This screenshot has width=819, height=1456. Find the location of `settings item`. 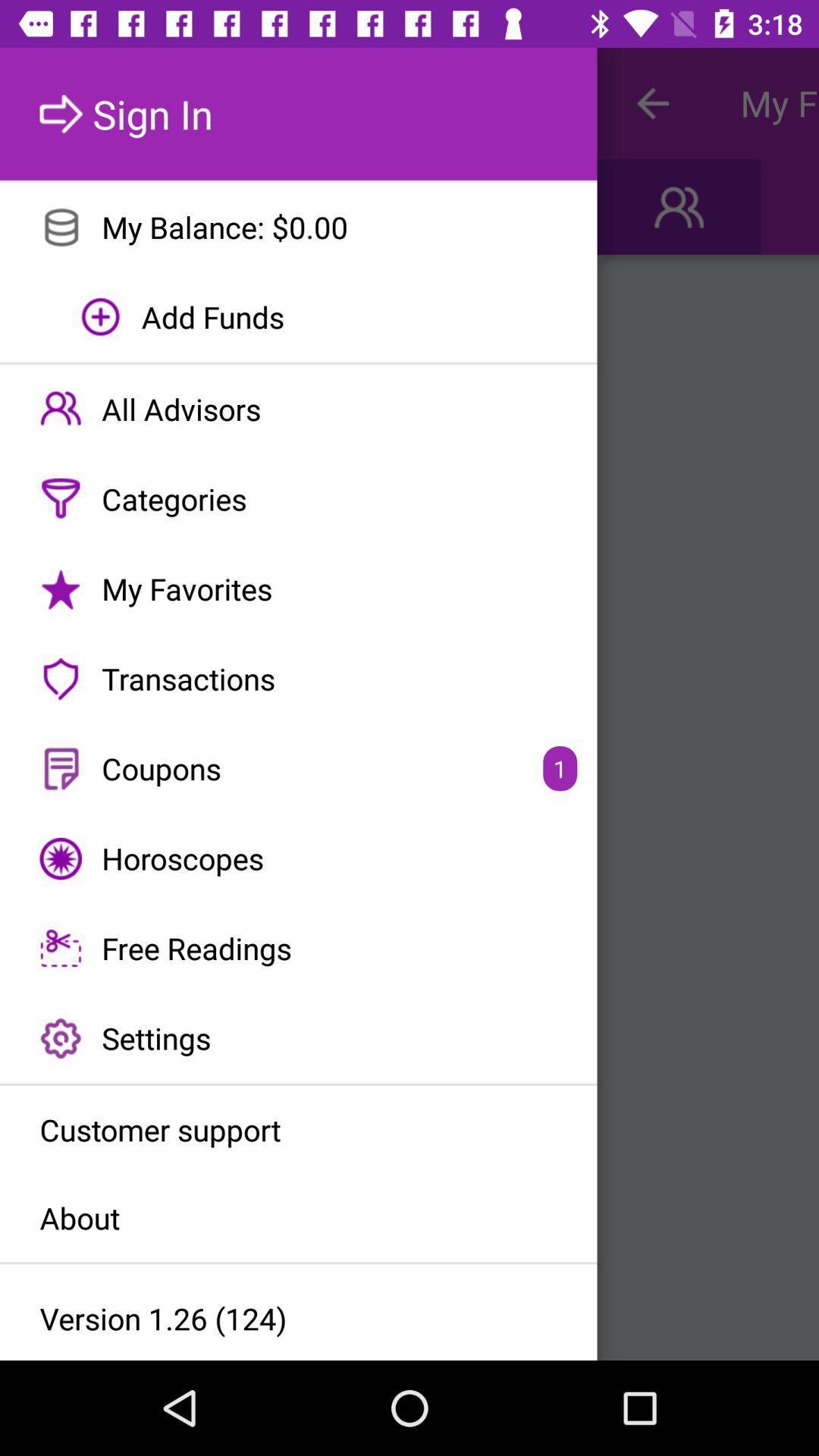

settings item is located at coordinates (298, 1037).